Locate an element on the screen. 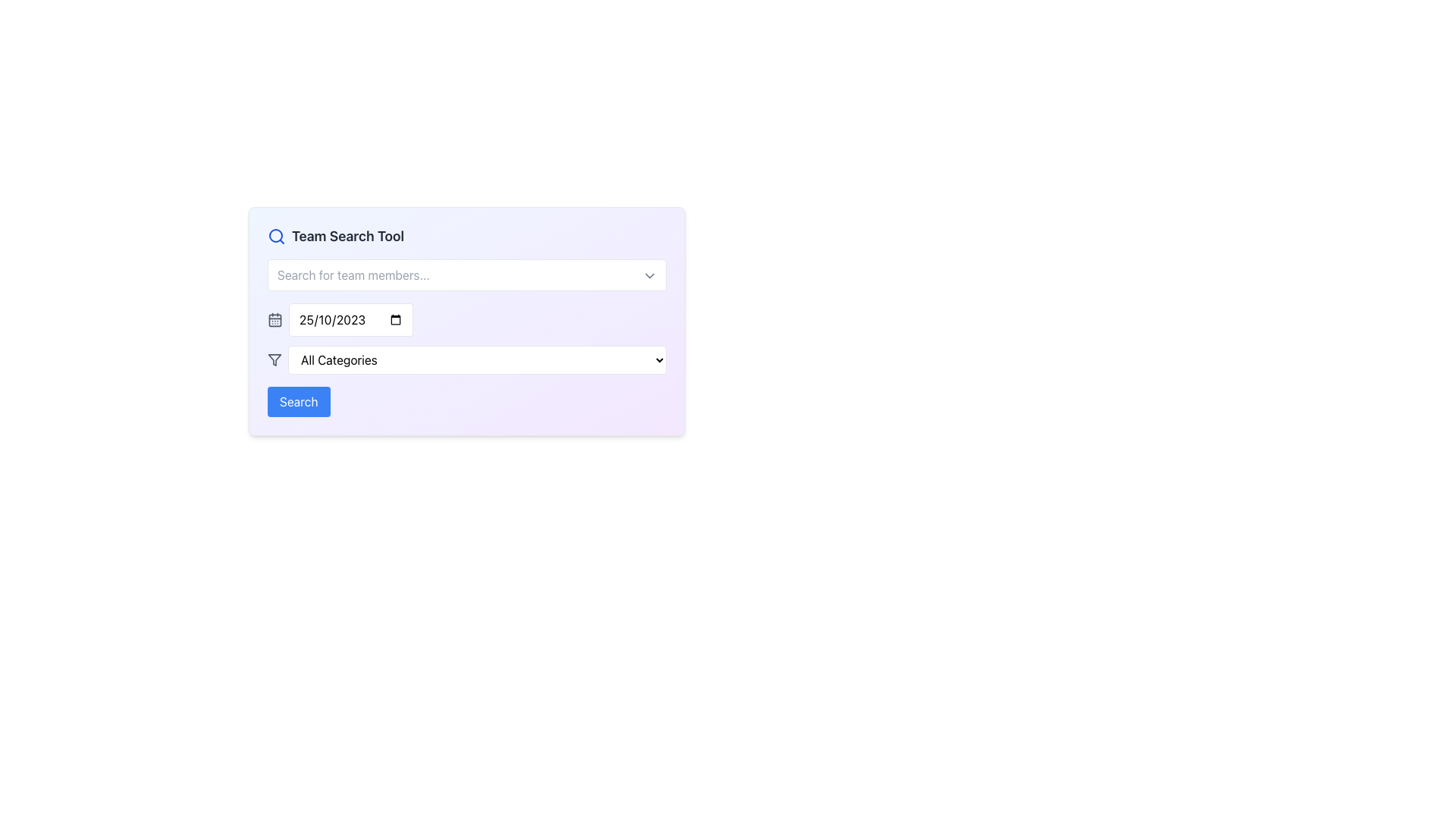  the vertically arranged group of selectable items labeled 'All CategoriesMarketingDevelopmentDesign' is located at coordinates (466, 338).